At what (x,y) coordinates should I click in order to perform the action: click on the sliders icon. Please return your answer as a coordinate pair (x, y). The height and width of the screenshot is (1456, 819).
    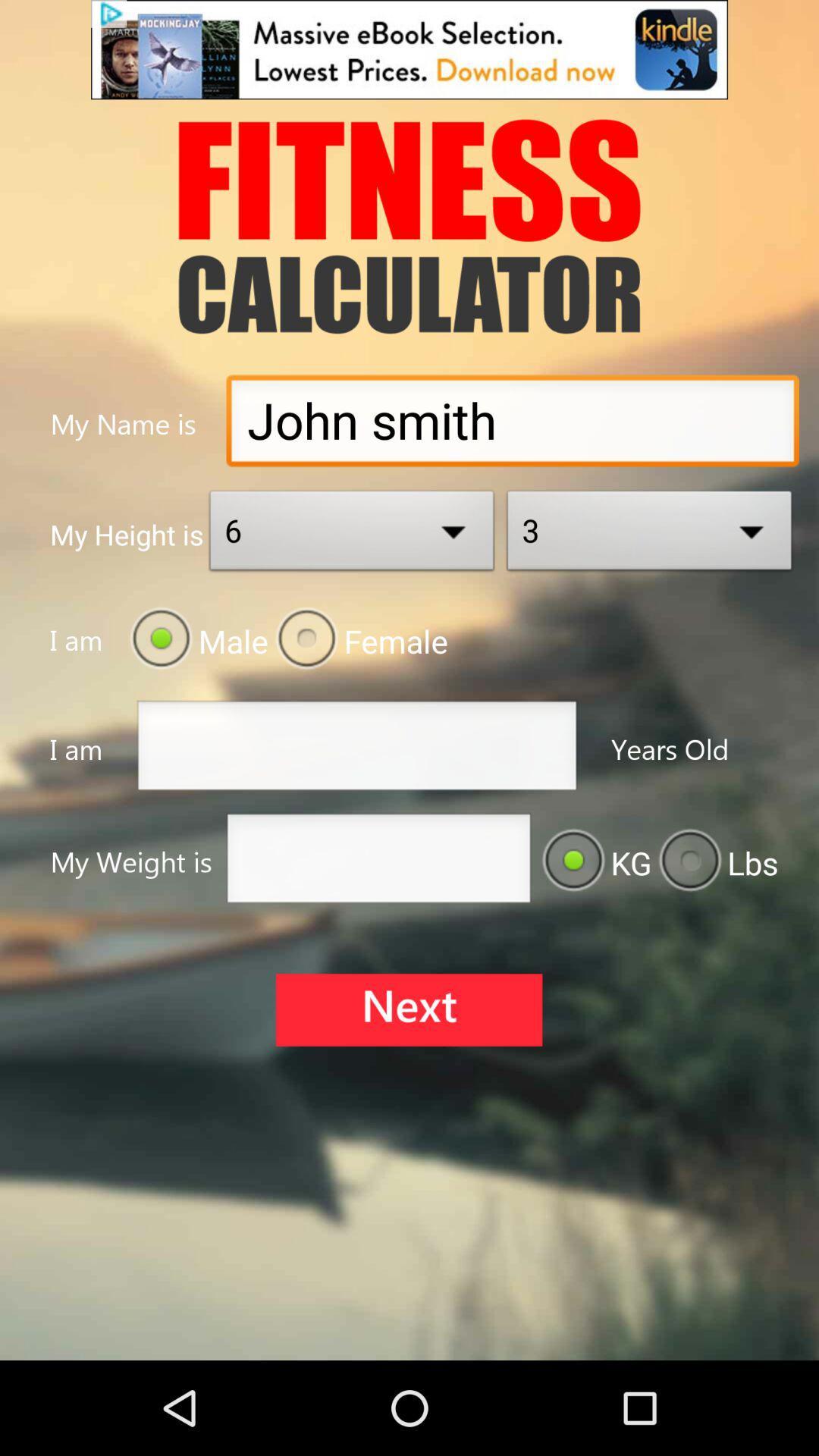
    Looking at the image, I should click on (408, 1080).